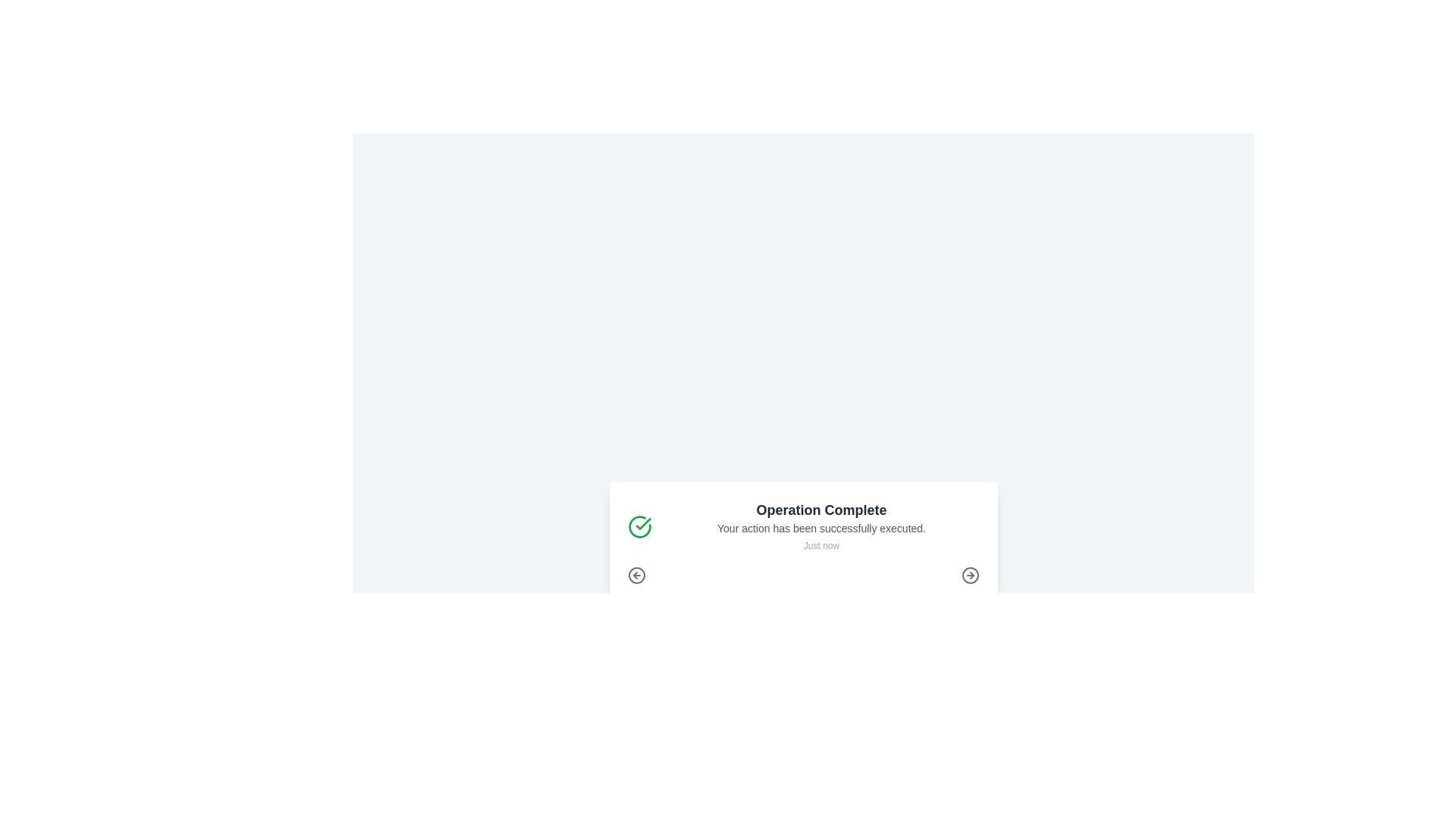  What do you see at coordinates (969, 576) in the screenshot?
I see `the forward navigation button located at the bottom-right corner of the dialog box, which is used for proceeding to the next step or confirming the operation` at bounding box center [969, 576].